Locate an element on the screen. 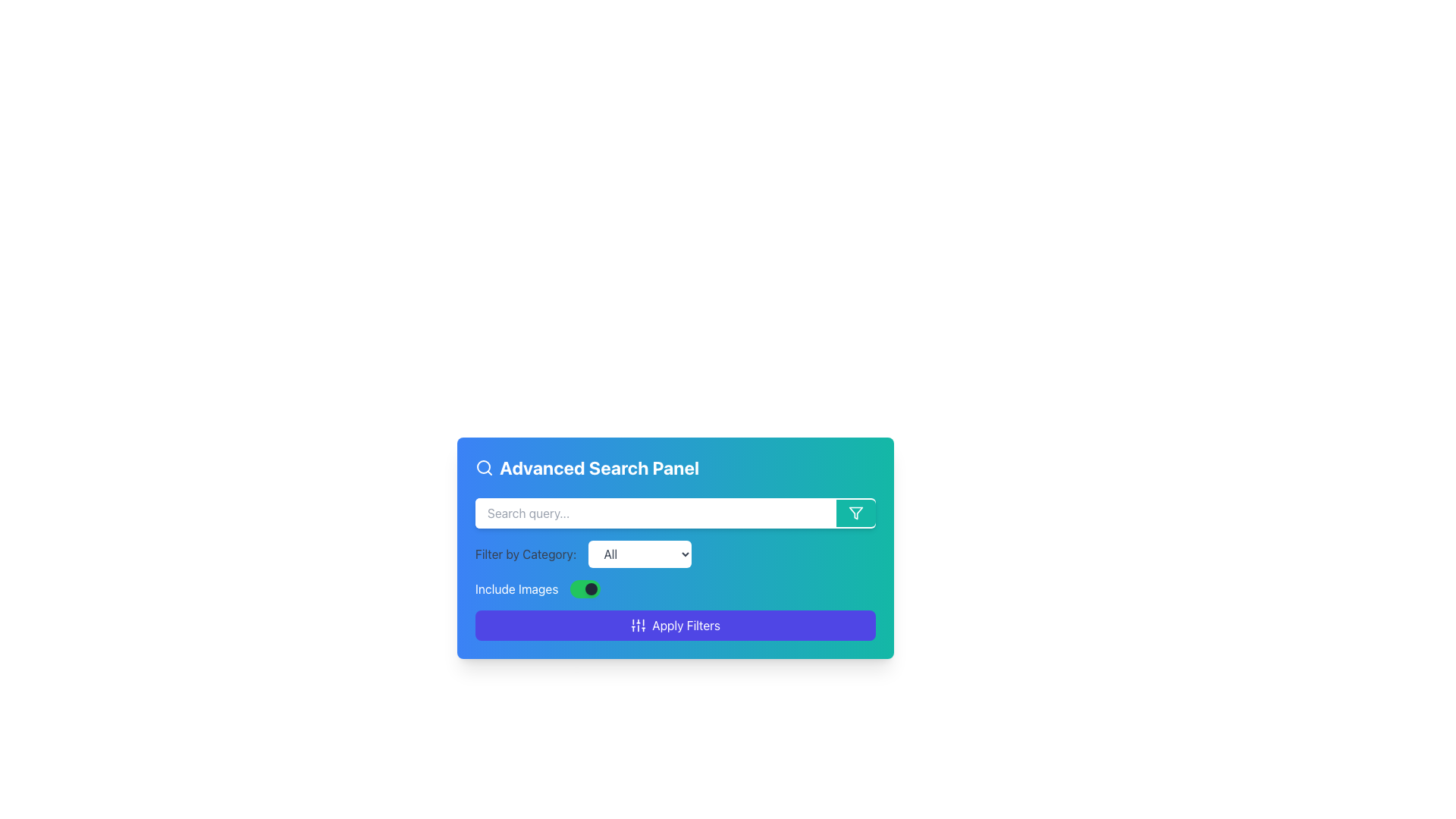 The height and width of the screenshot is (819, 1456). the dropdown menu styled with a white background and rounded corners, currently displaying 'All' is located at coordinates (640, 554).